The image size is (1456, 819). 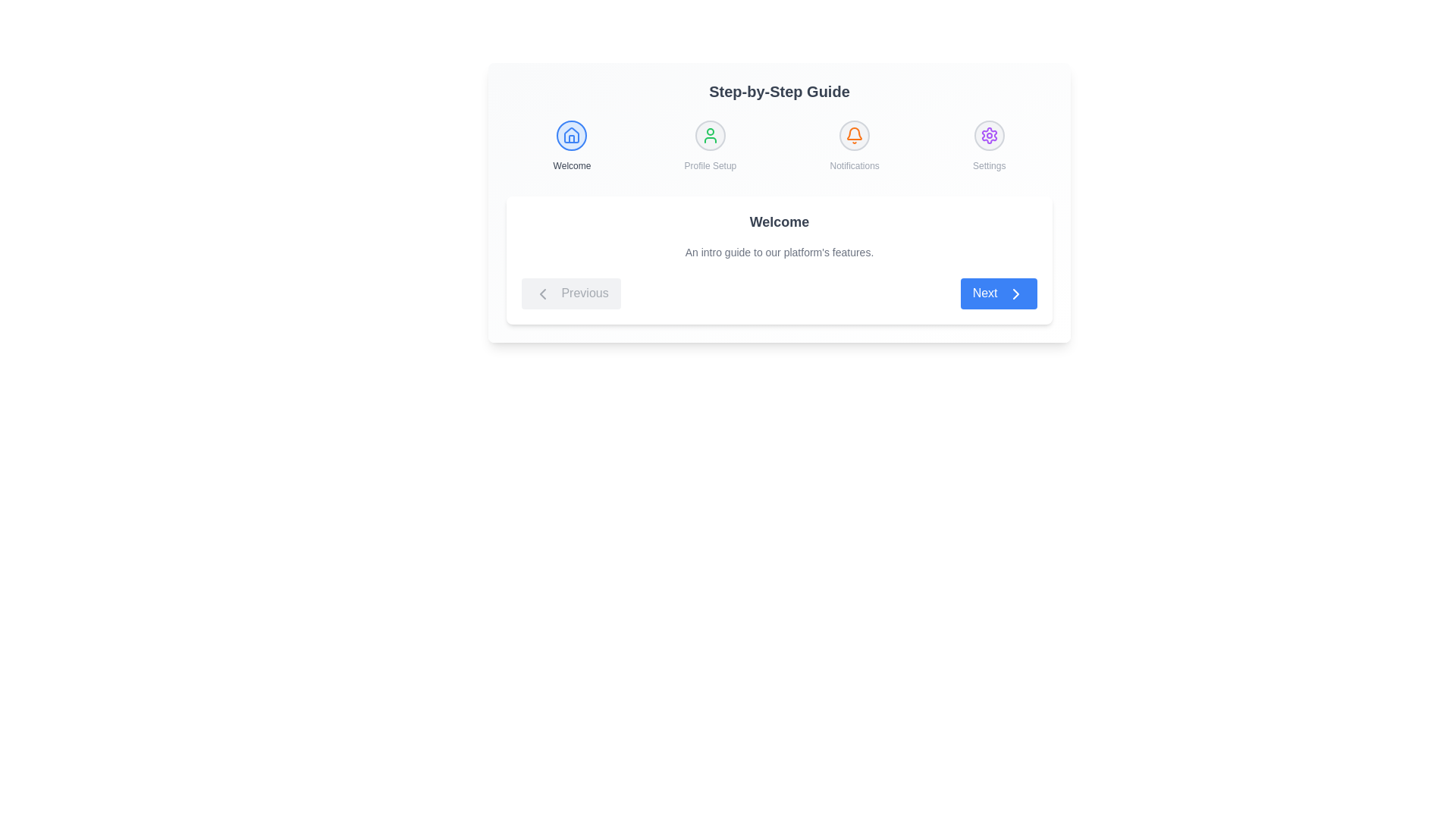 I want to click on the 'Profile Setup' label in the progress indicator, which is the second section aligned under the user profile icon, so click(x=709, y=166).